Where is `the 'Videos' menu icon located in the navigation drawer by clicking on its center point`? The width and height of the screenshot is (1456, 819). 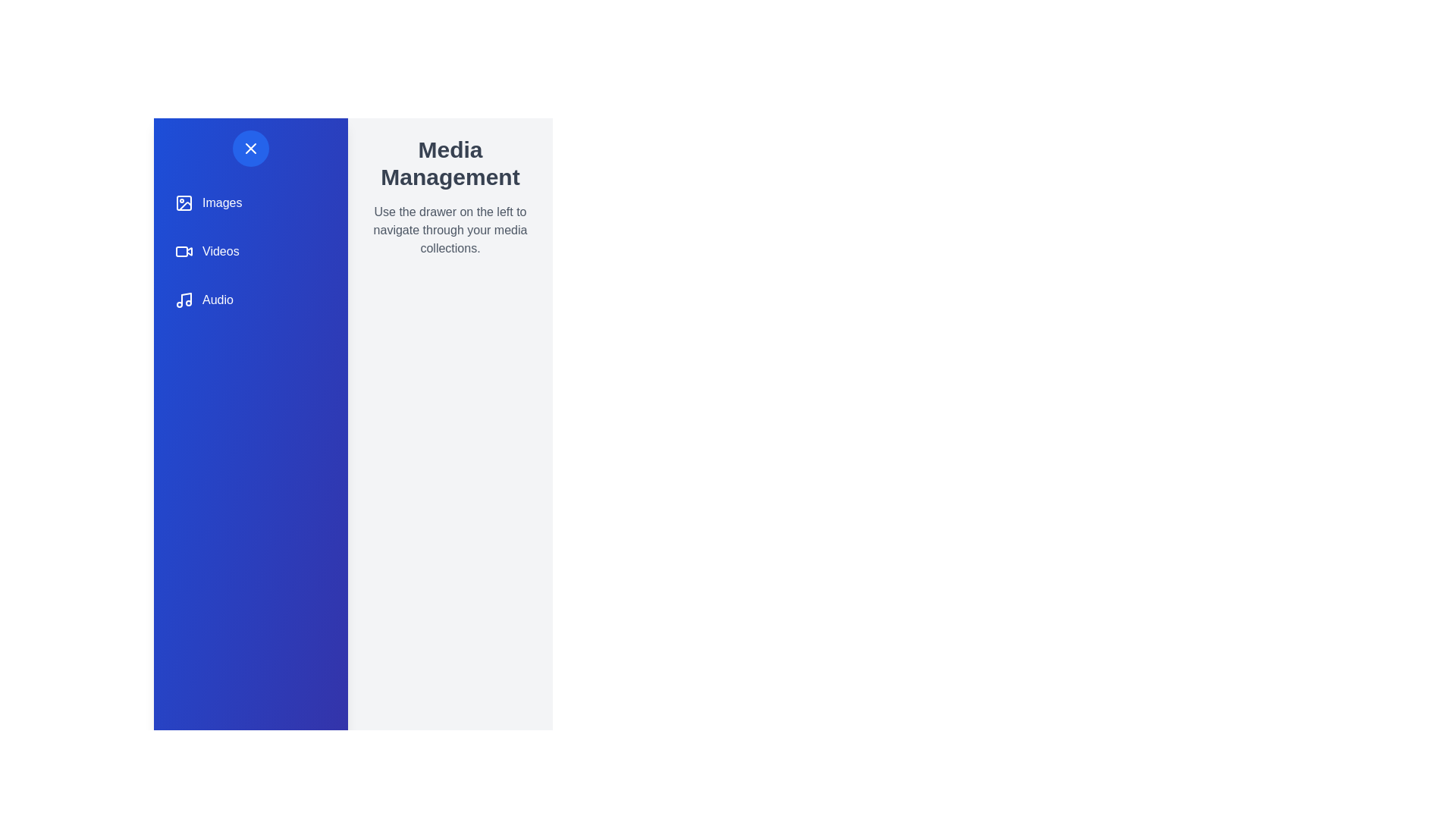
the 'Videos' menu icon located in the navigation drawer by clicking on its center point is located at coordinates (184, 250).